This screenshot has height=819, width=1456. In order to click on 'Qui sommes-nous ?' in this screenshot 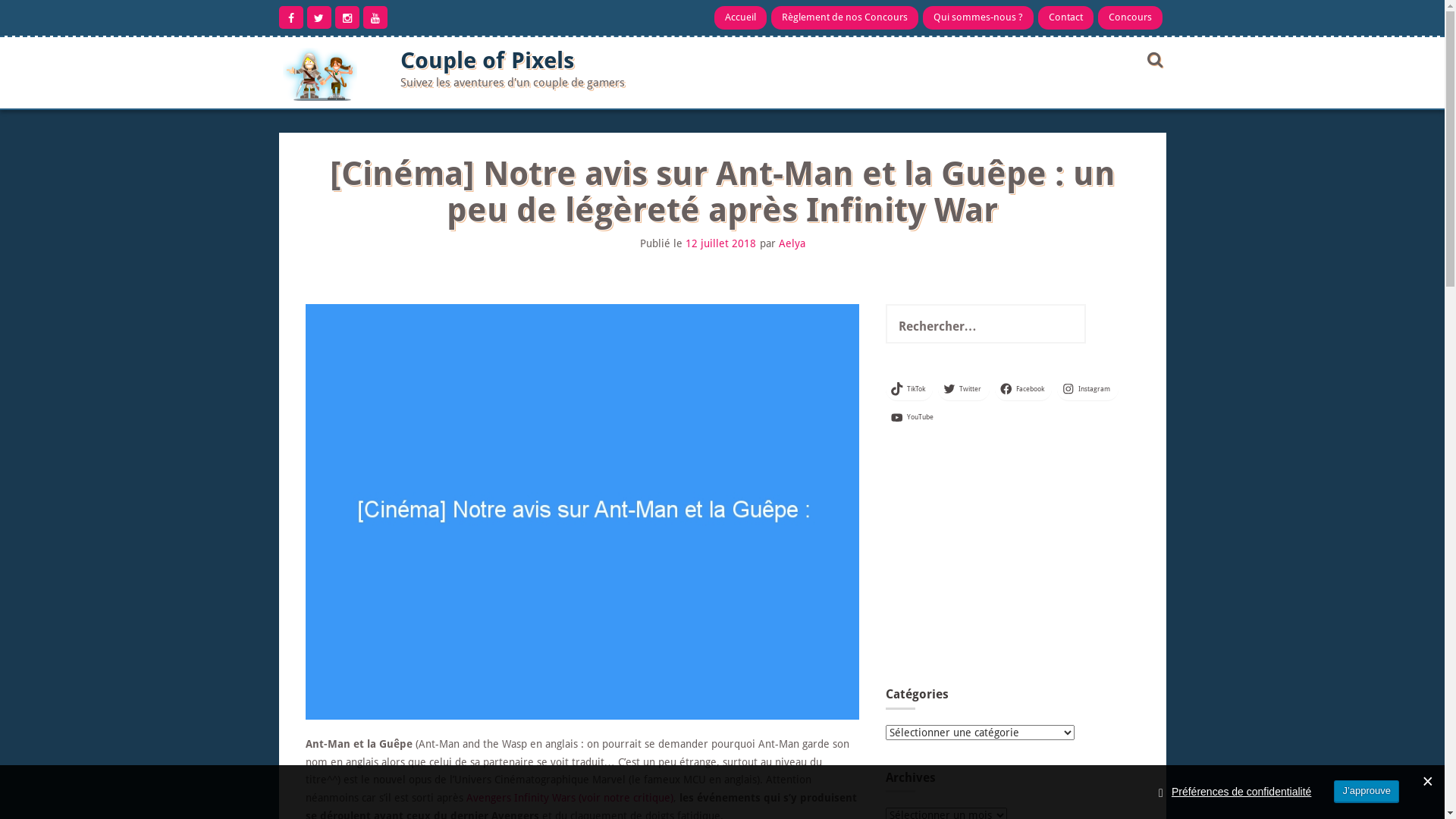, I will do `click(921, 17)`.